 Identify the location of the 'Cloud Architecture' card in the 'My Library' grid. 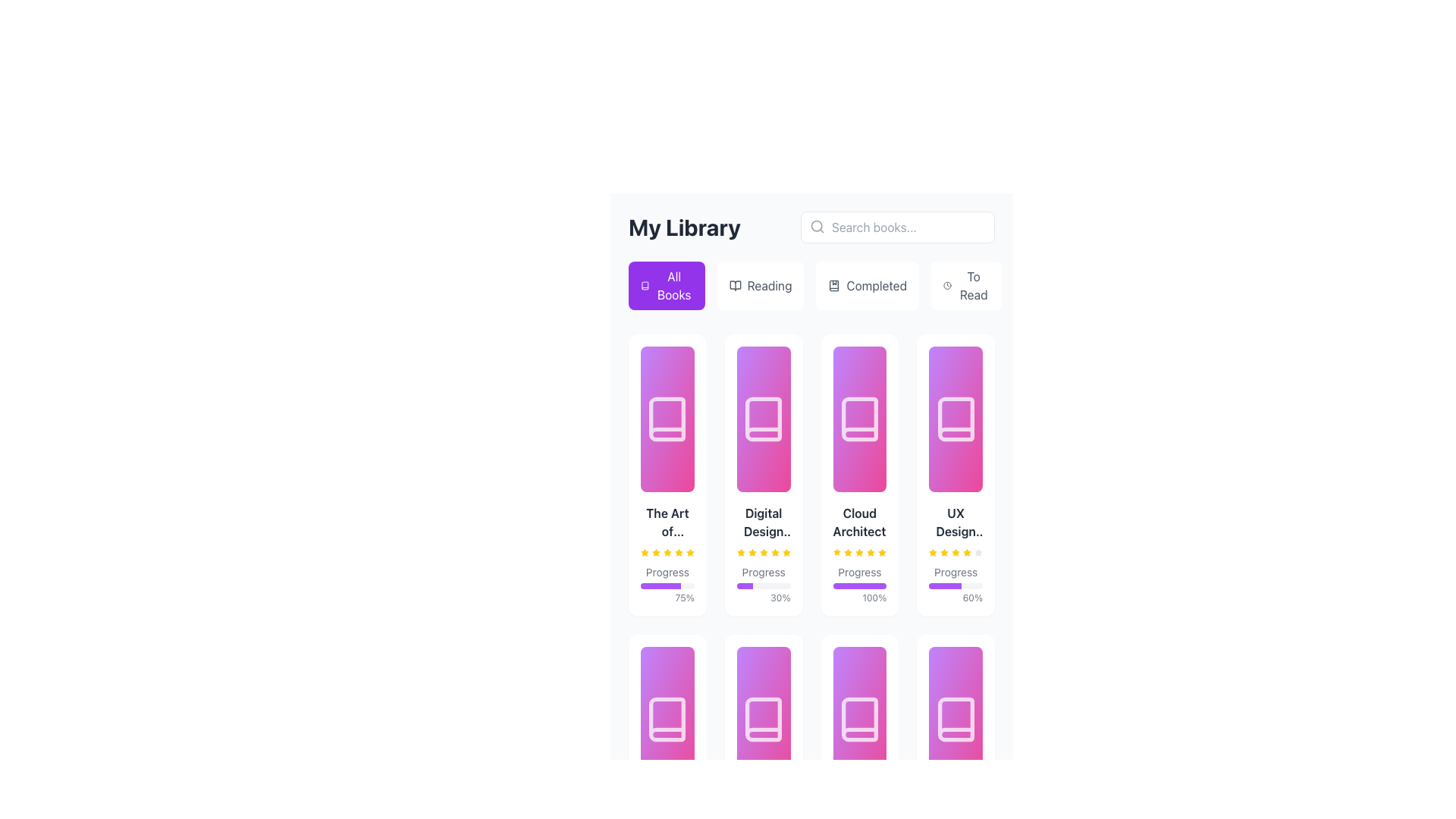
(859, 475).